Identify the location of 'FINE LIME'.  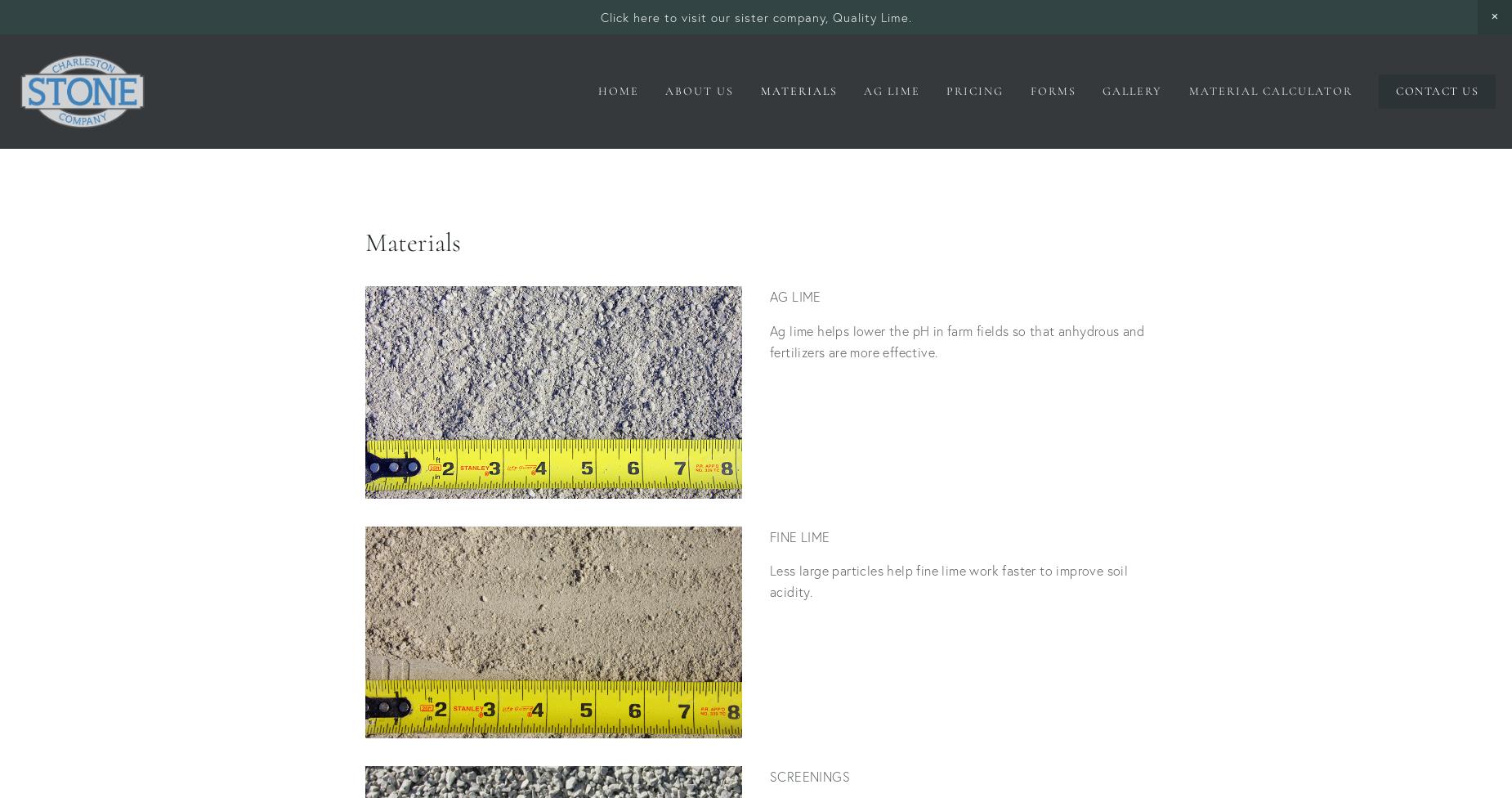
(798, 535).